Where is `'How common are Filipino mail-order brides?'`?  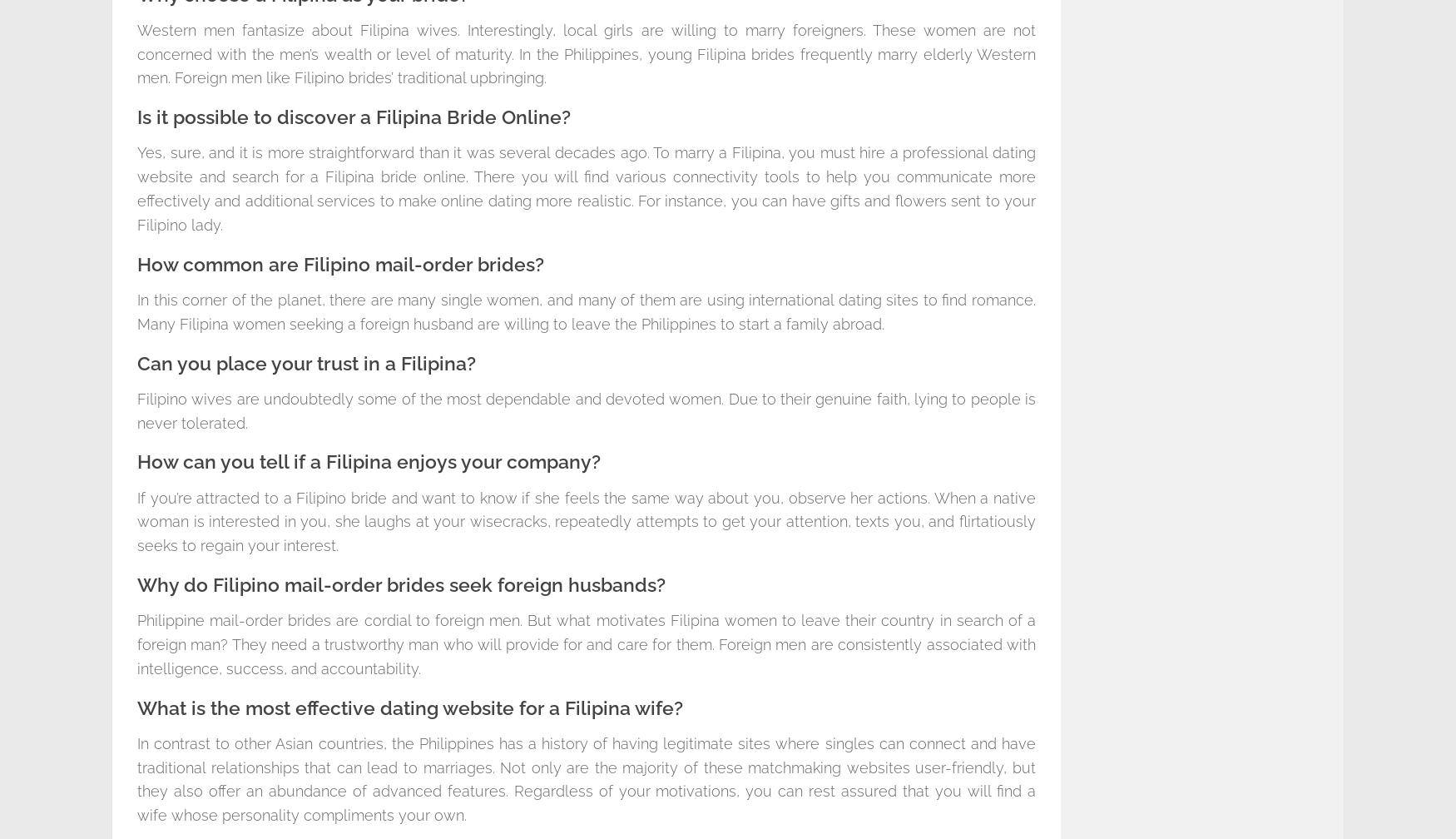 'How common are Filipino mail-order brides?' is located at coordinates (339, 264).